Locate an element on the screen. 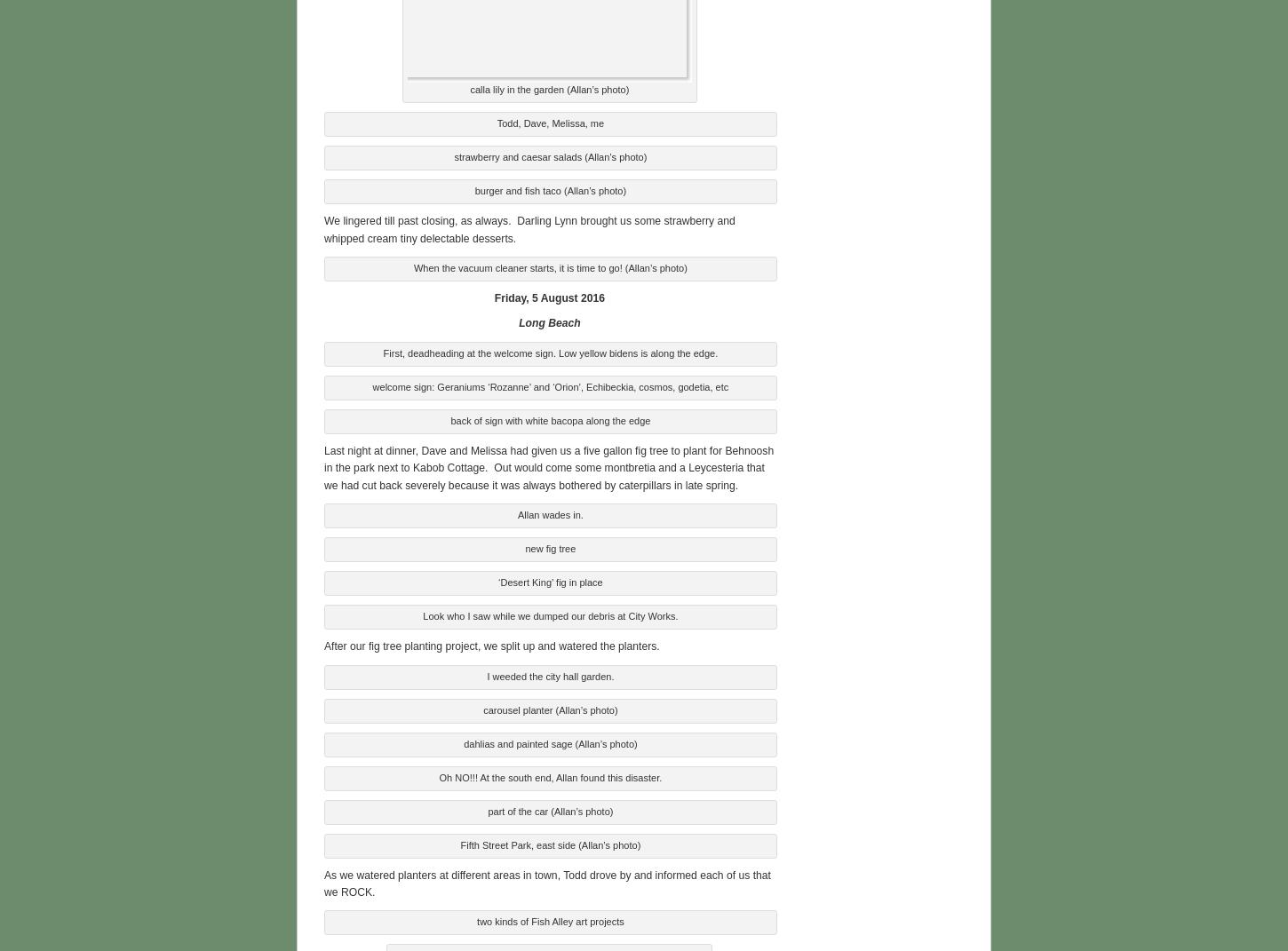 This screenshot has width=1288, height=951. 'burger and fish taco (Allan’s photo)' is located at coordinates (549, 188).